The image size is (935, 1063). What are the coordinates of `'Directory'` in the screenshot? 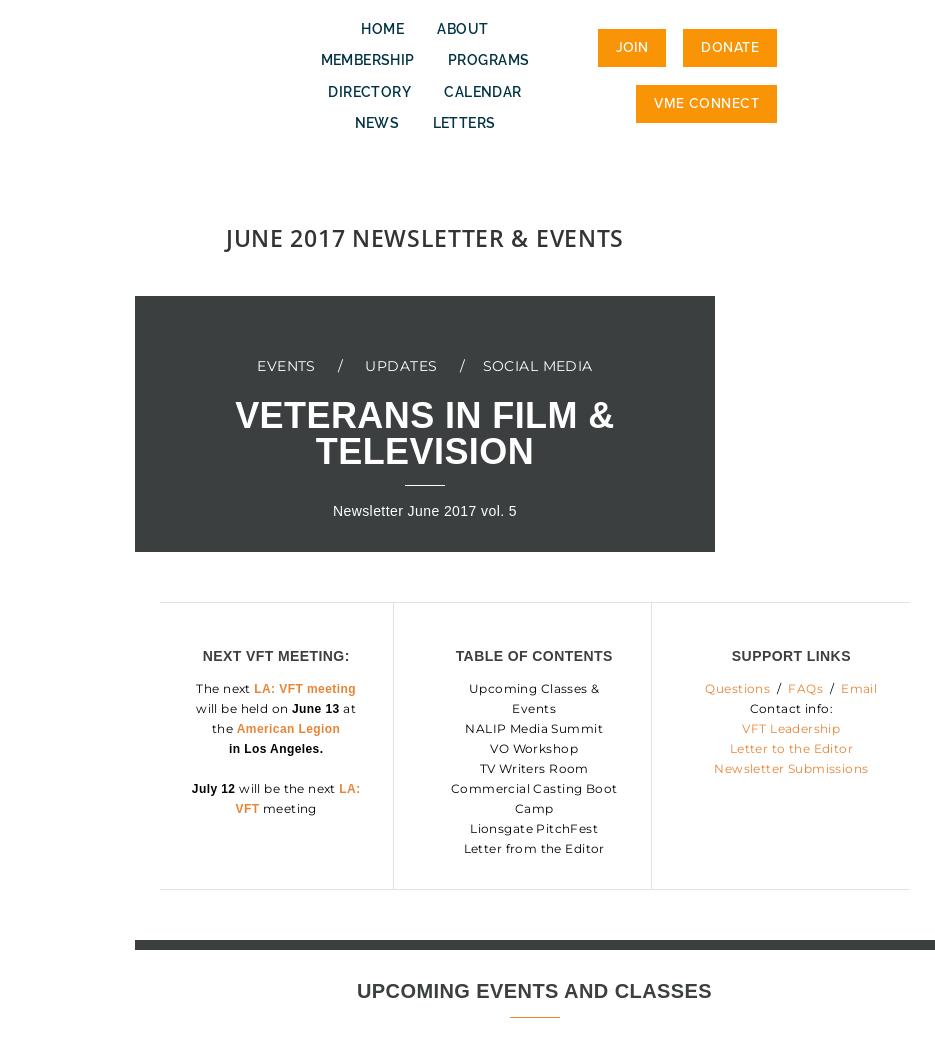 It's located at (368, 90).